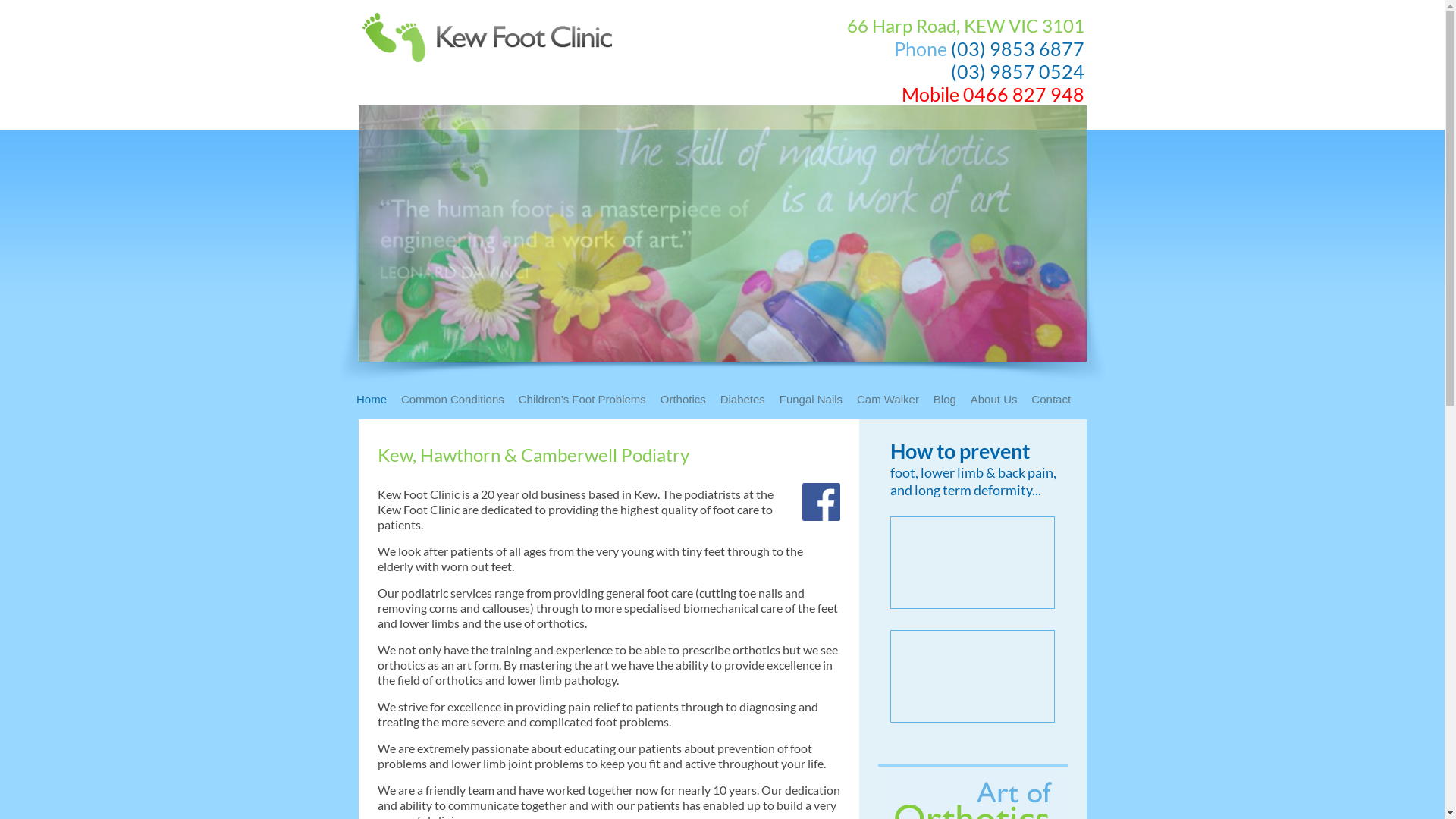  What do you see at coordinates (1023, 93) in the screenshot?
I see `'0466 827 948'` at bounding box center [1023, 93].